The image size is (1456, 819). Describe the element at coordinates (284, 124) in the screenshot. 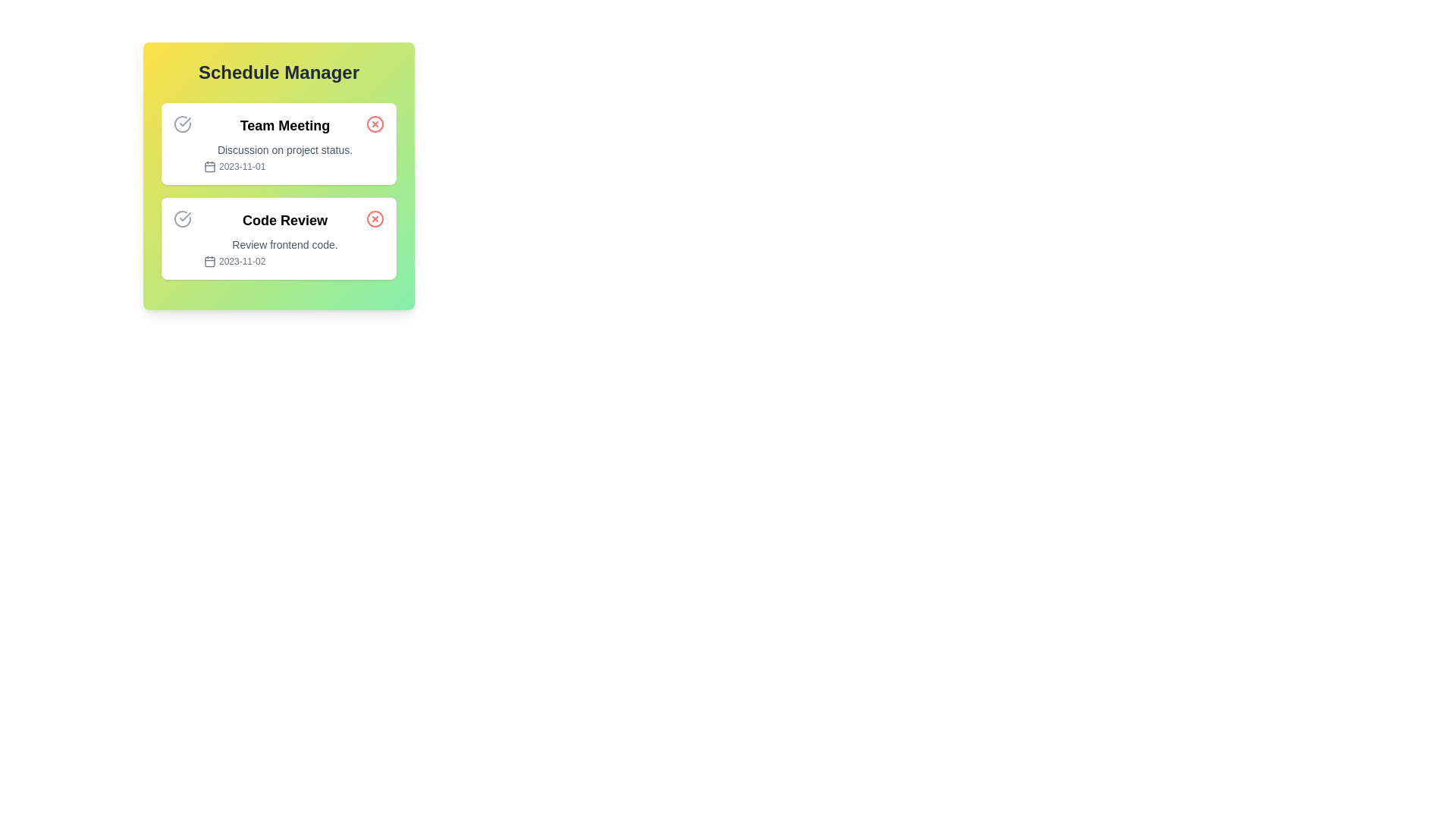

I see `text label displaying the heading of the scheduled event, which shows 'Team Meeting'` at that location.